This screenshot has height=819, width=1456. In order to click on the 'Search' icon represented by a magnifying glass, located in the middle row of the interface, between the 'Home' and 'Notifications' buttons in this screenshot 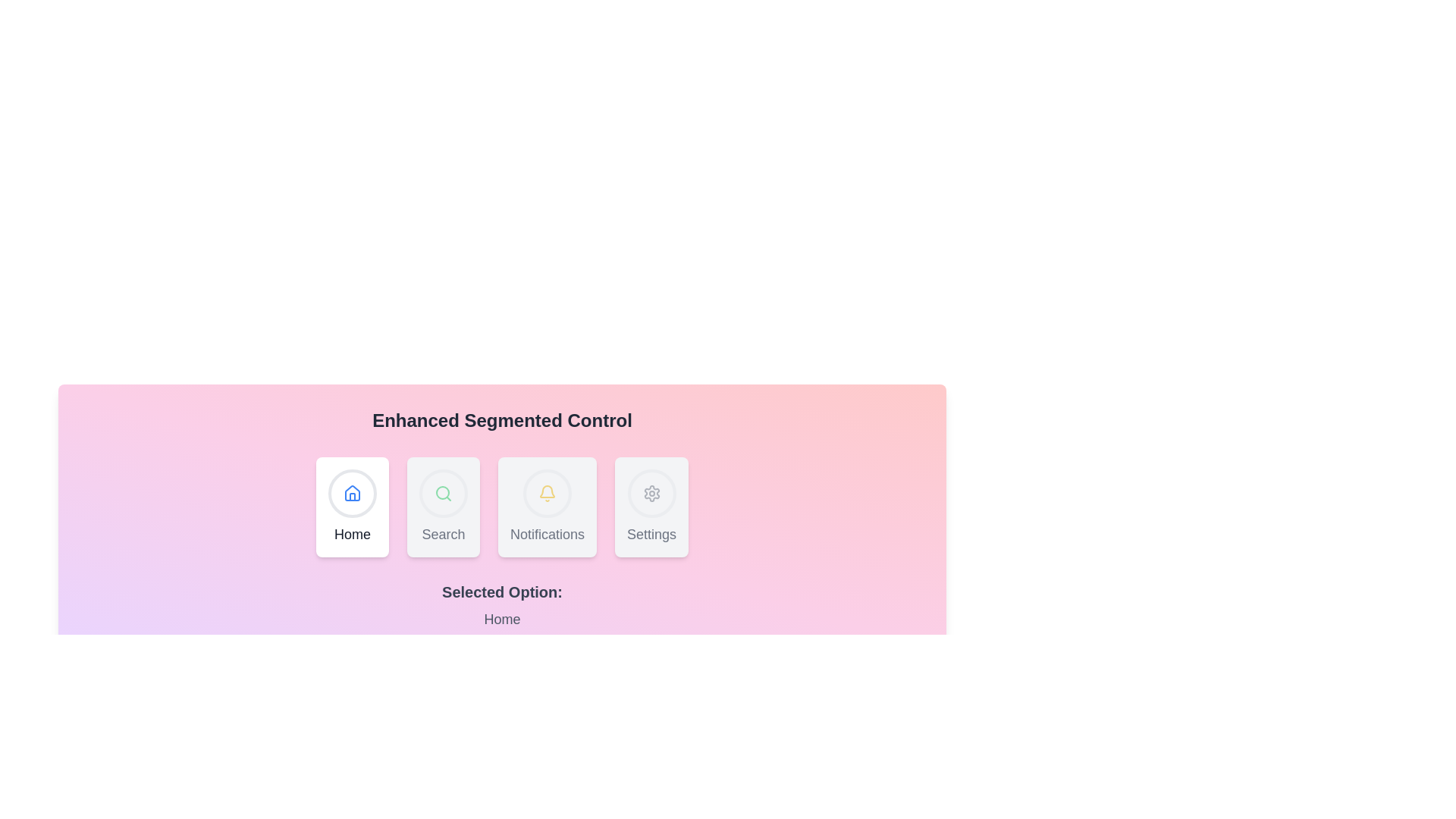, I will do `click(443, 494)`.